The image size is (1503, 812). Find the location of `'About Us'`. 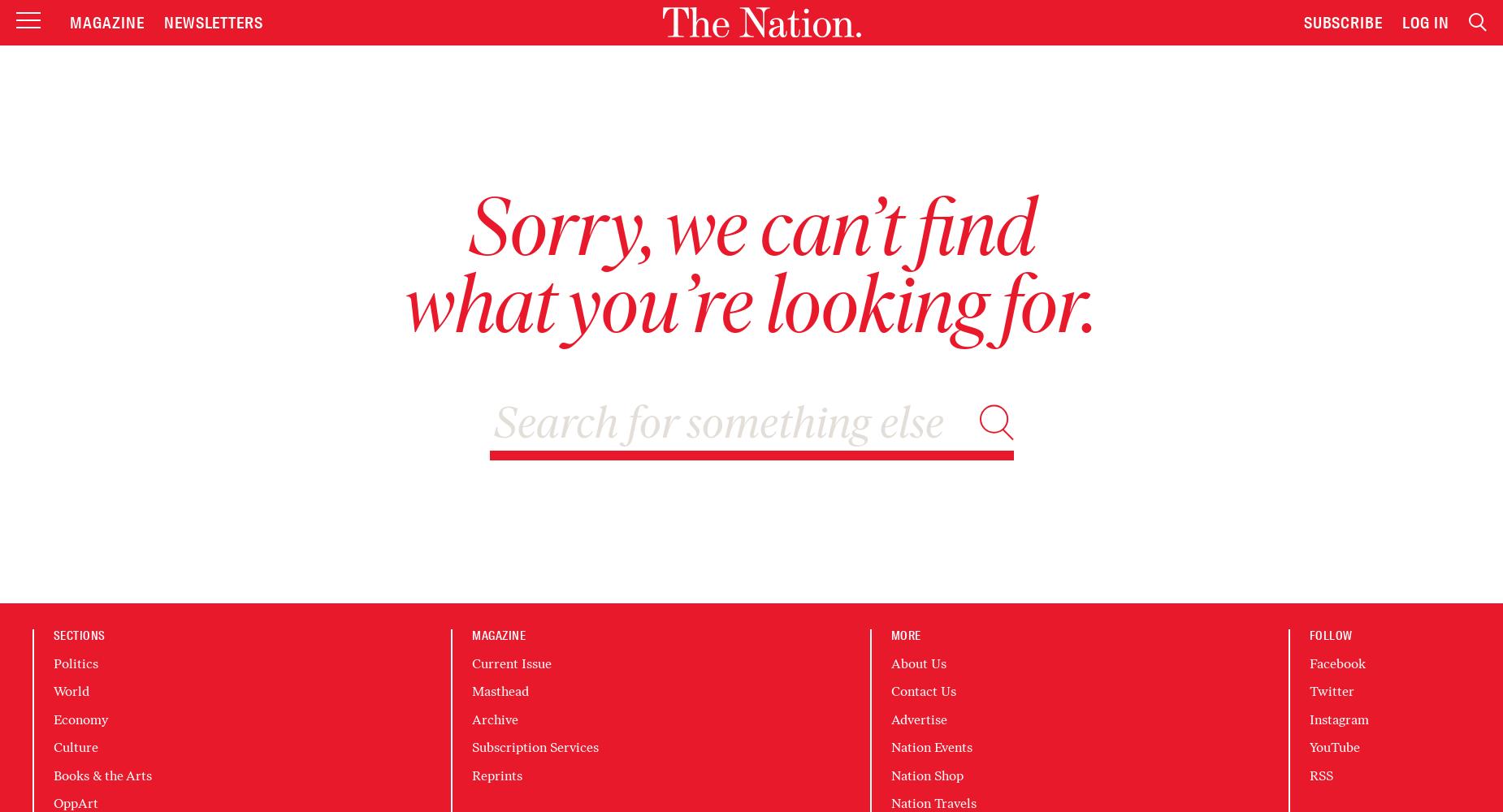

'About Us' is located at coordinates (916, 663).